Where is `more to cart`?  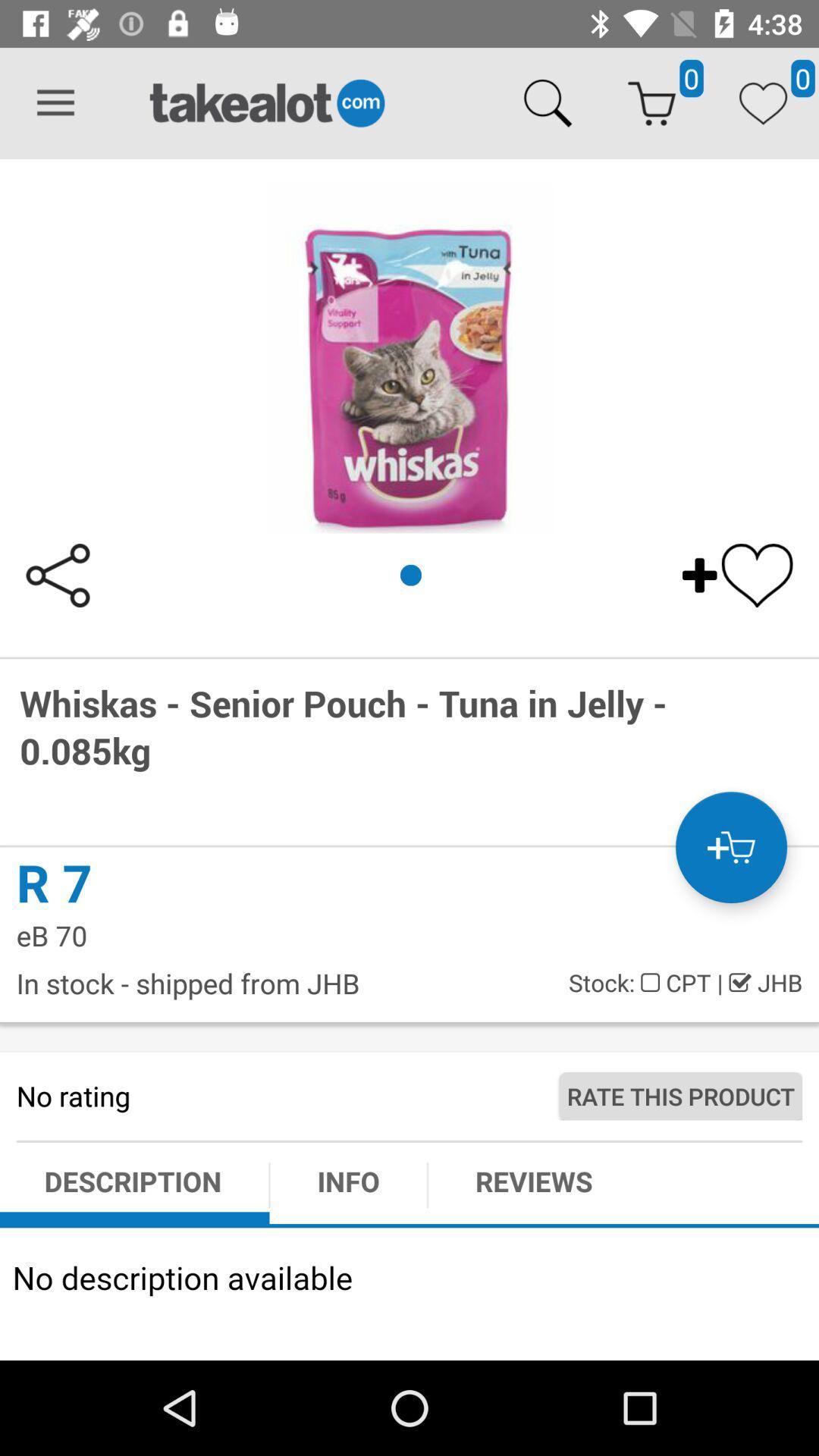
more to cart is located at coordinates (730, 846).